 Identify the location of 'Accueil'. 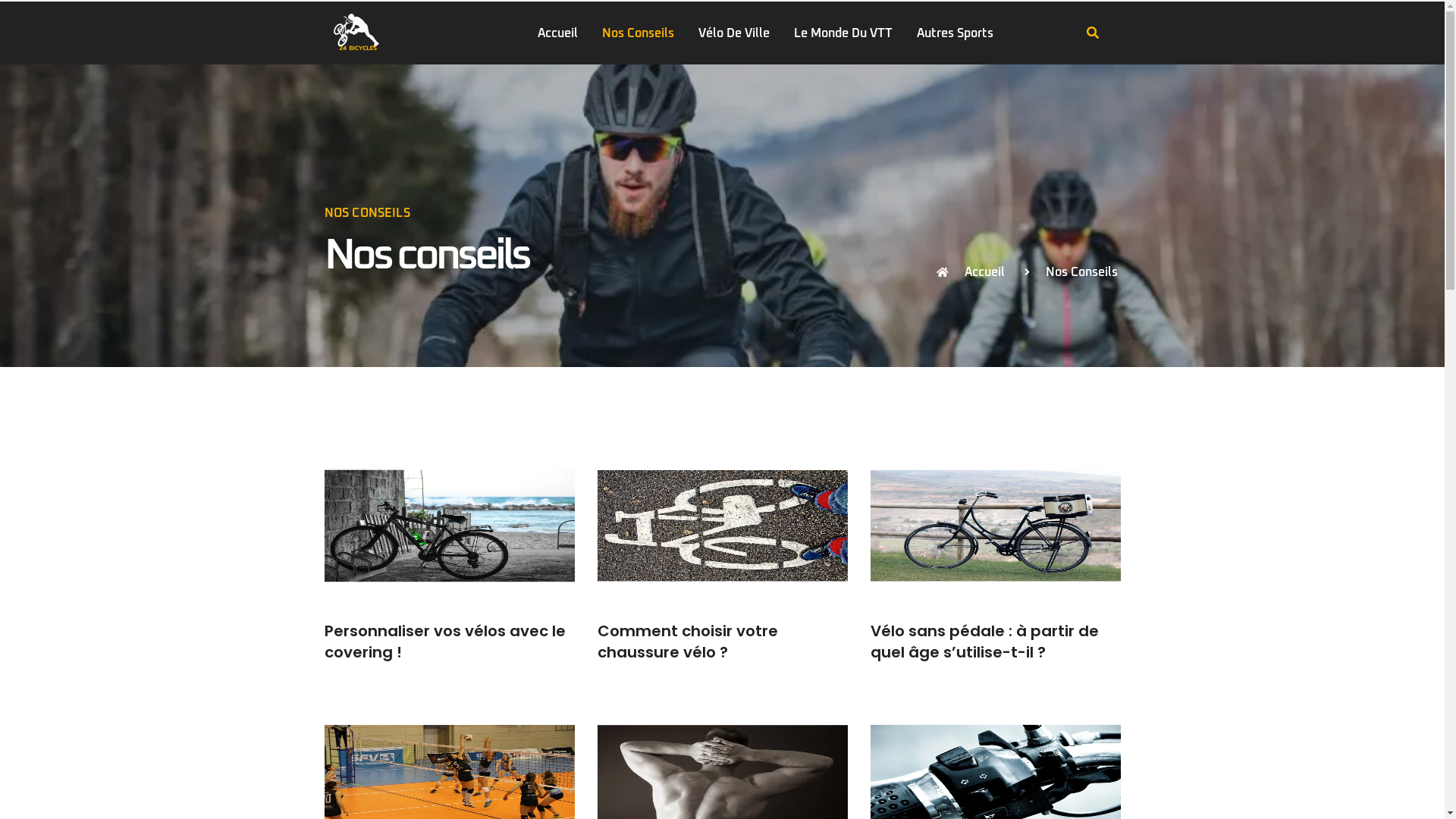
(557, 33).